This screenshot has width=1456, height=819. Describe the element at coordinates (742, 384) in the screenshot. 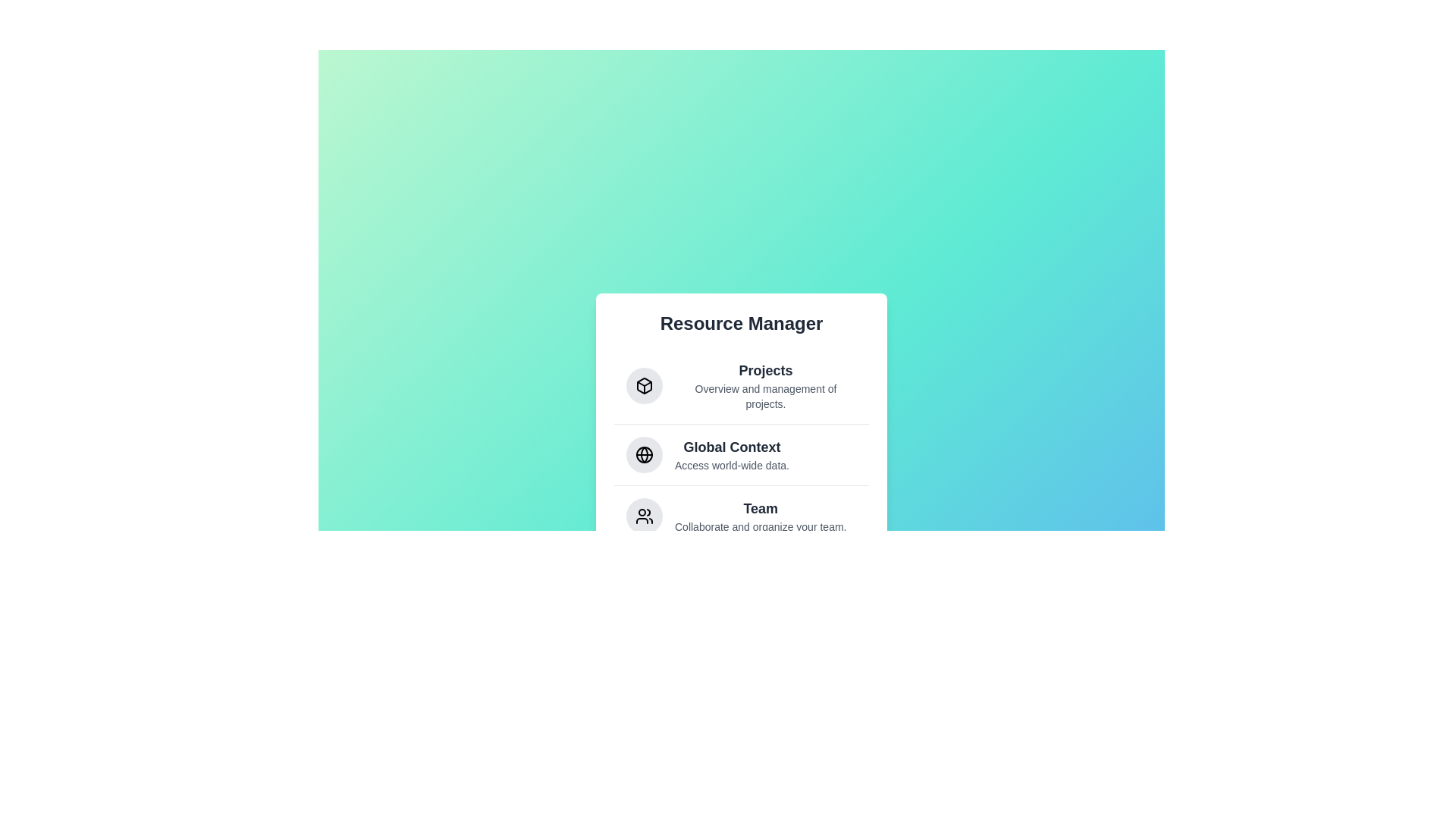

I see `the menu item Projects to reveal additional information` at that location.